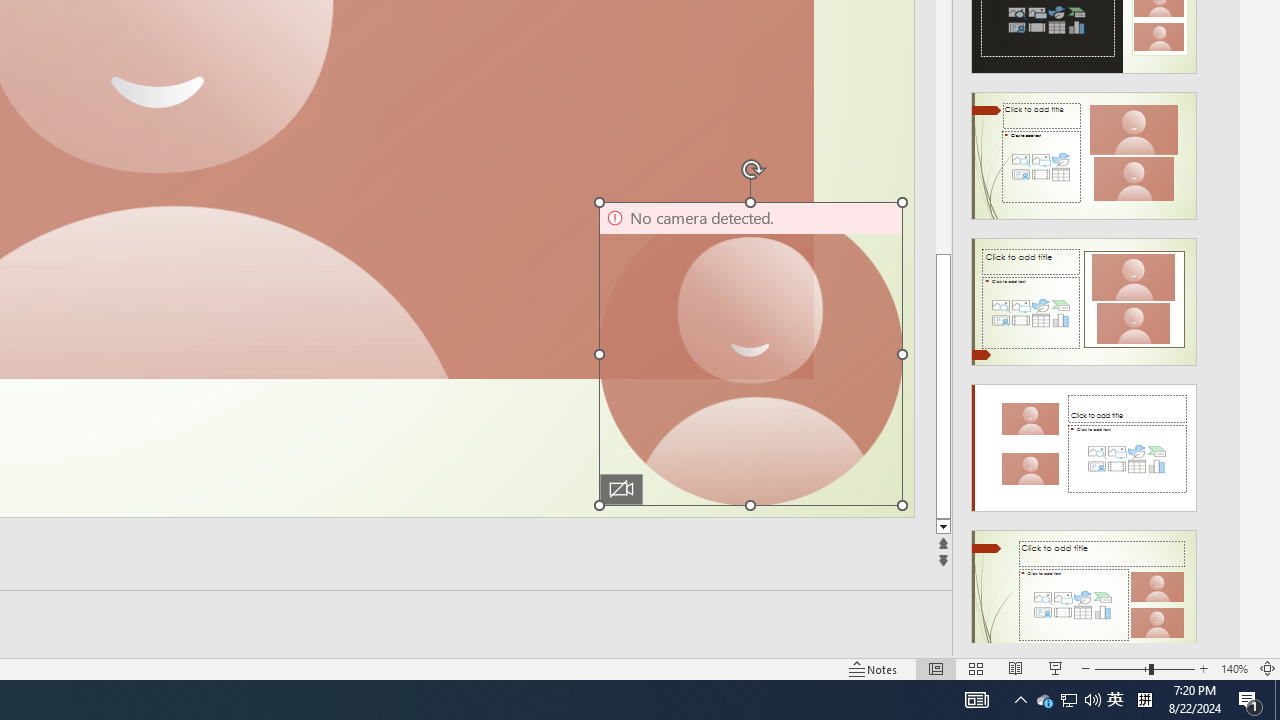 This screenshot has width=1280, height=720. What do you see at coordinates (1121, 669) in the screenshot?
I see `'Zoom Out'` at bounding box center [1121, 669].